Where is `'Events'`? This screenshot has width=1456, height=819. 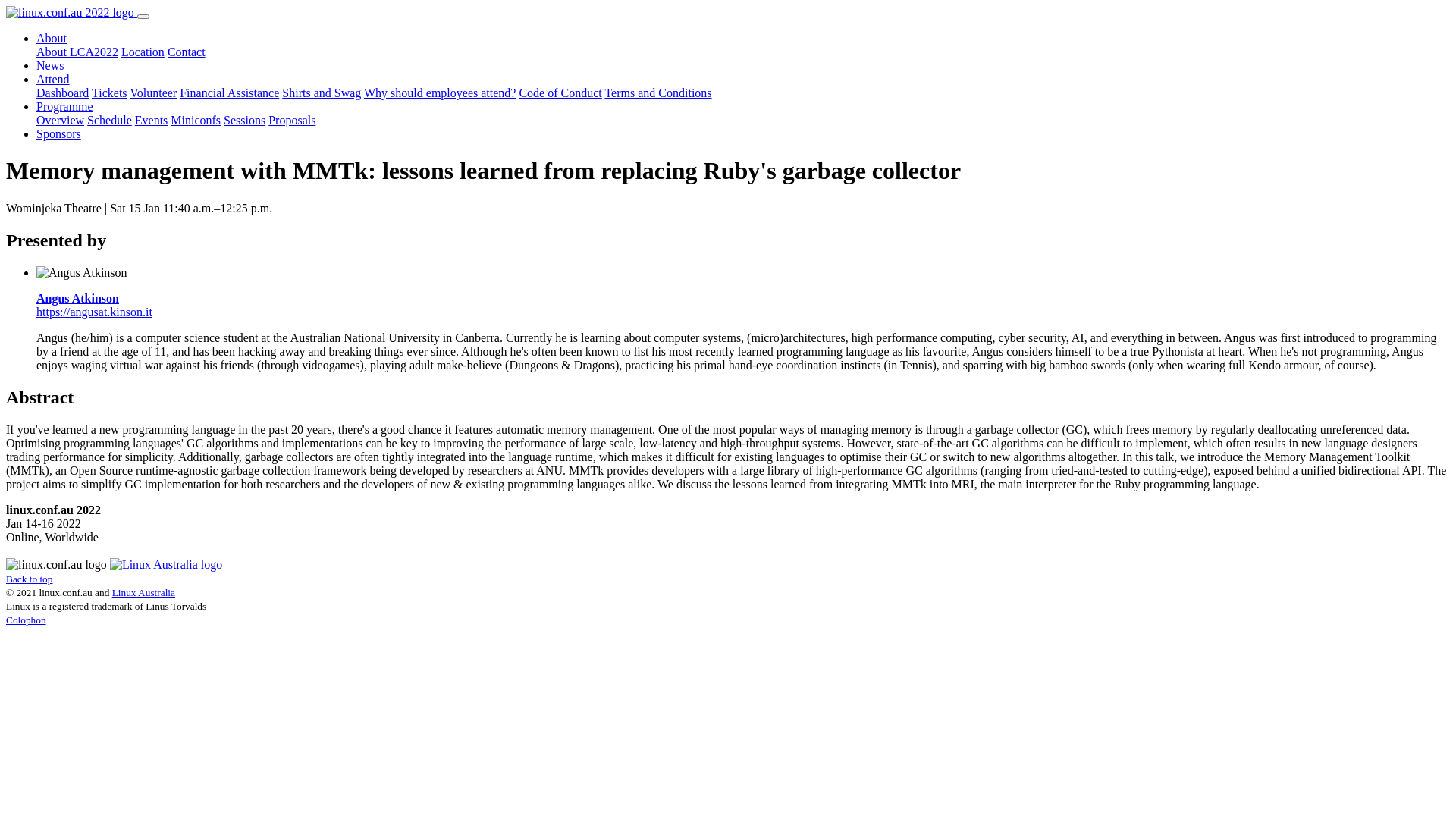 'Events' is located at coordinates (152, 119).